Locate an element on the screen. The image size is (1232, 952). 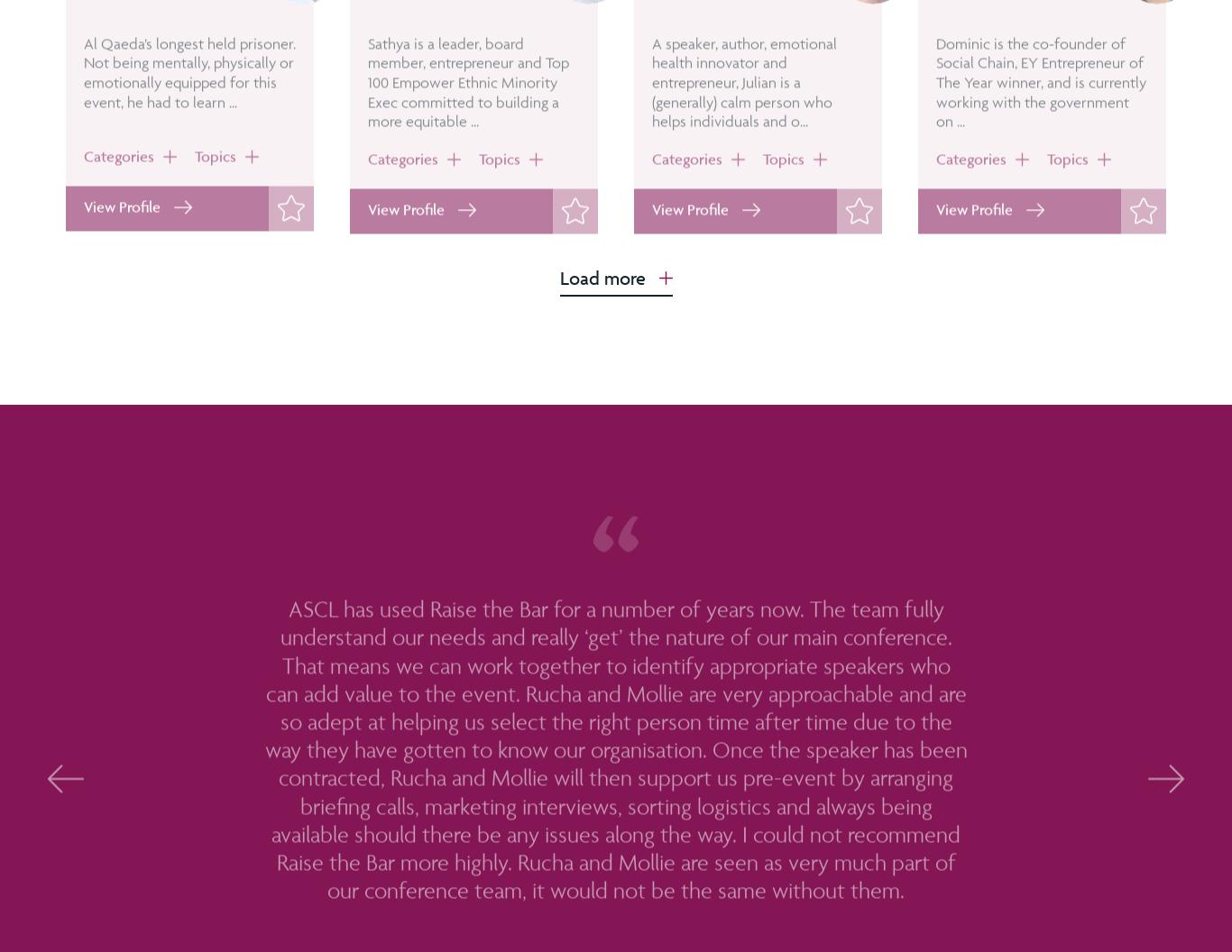
'Dominic McGregor' is located at coordinates (1016, 36).